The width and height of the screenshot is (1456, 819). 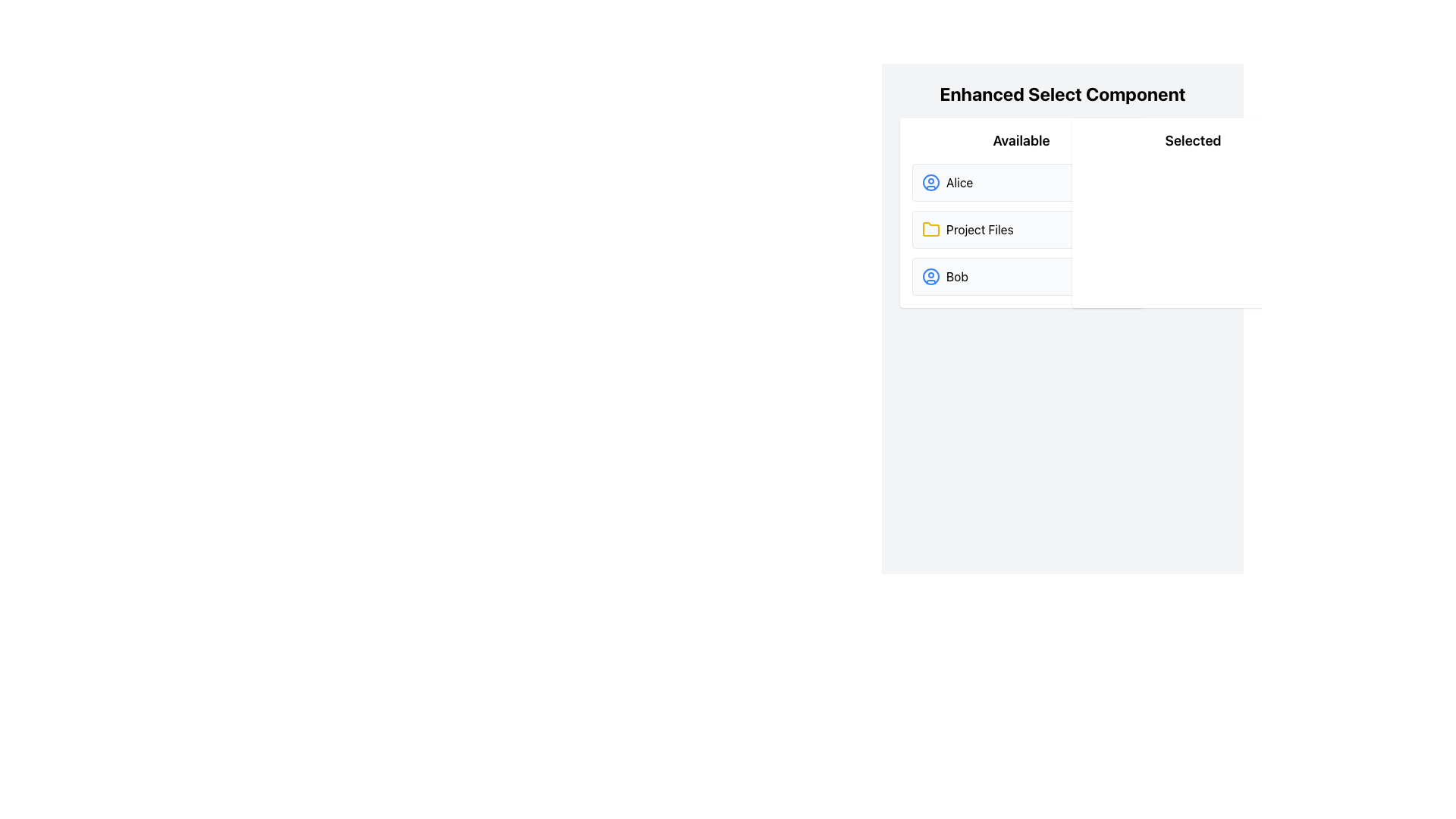 I want to click on the 'Project Files' group item located, so click(x=1021, y=230).